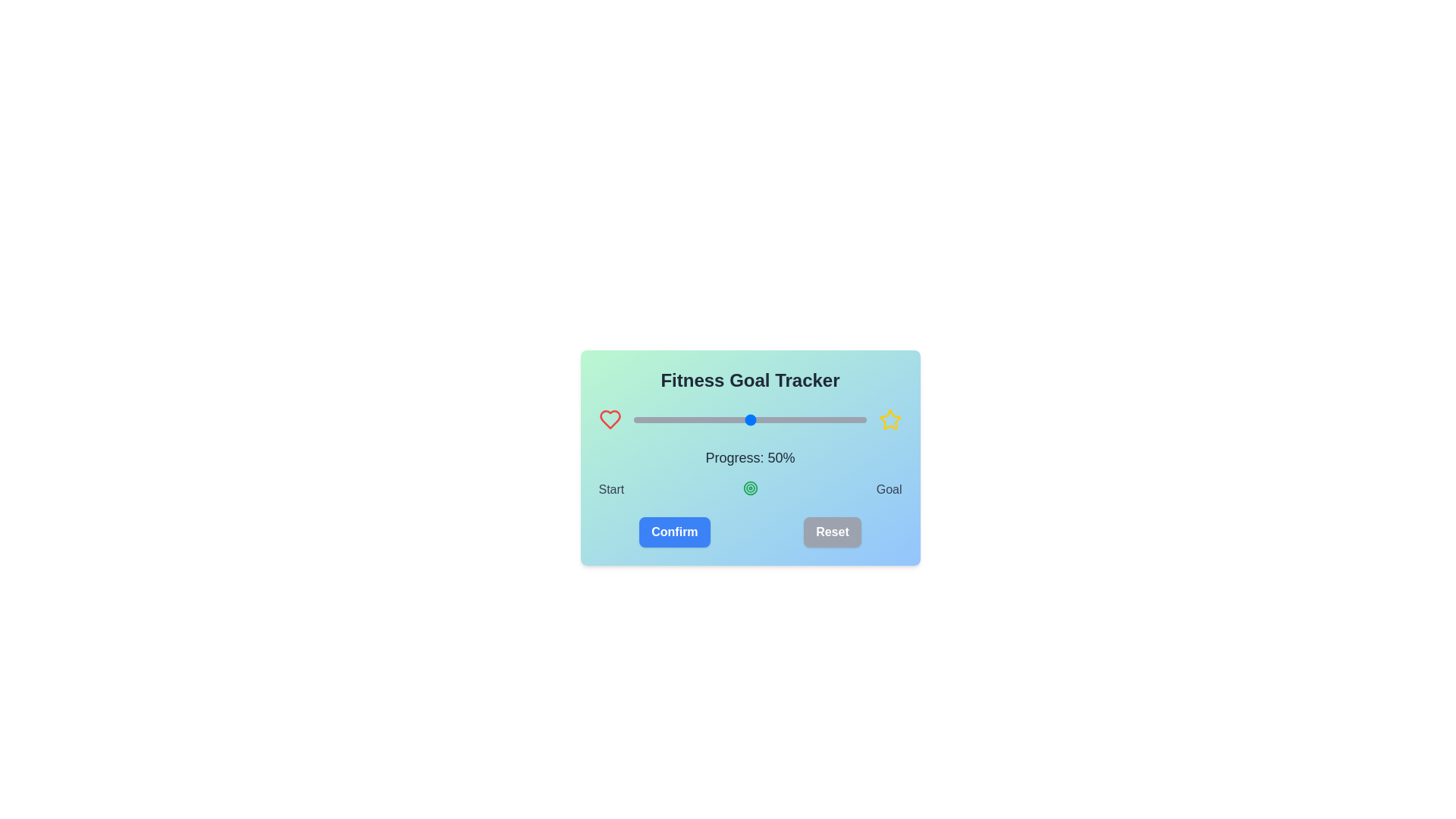 The image size is (1456, 819). Describe the element at coordinates (831, 532) in the screenshot. I see `the 'Reset' button to reset the progress to 50%` at that location.